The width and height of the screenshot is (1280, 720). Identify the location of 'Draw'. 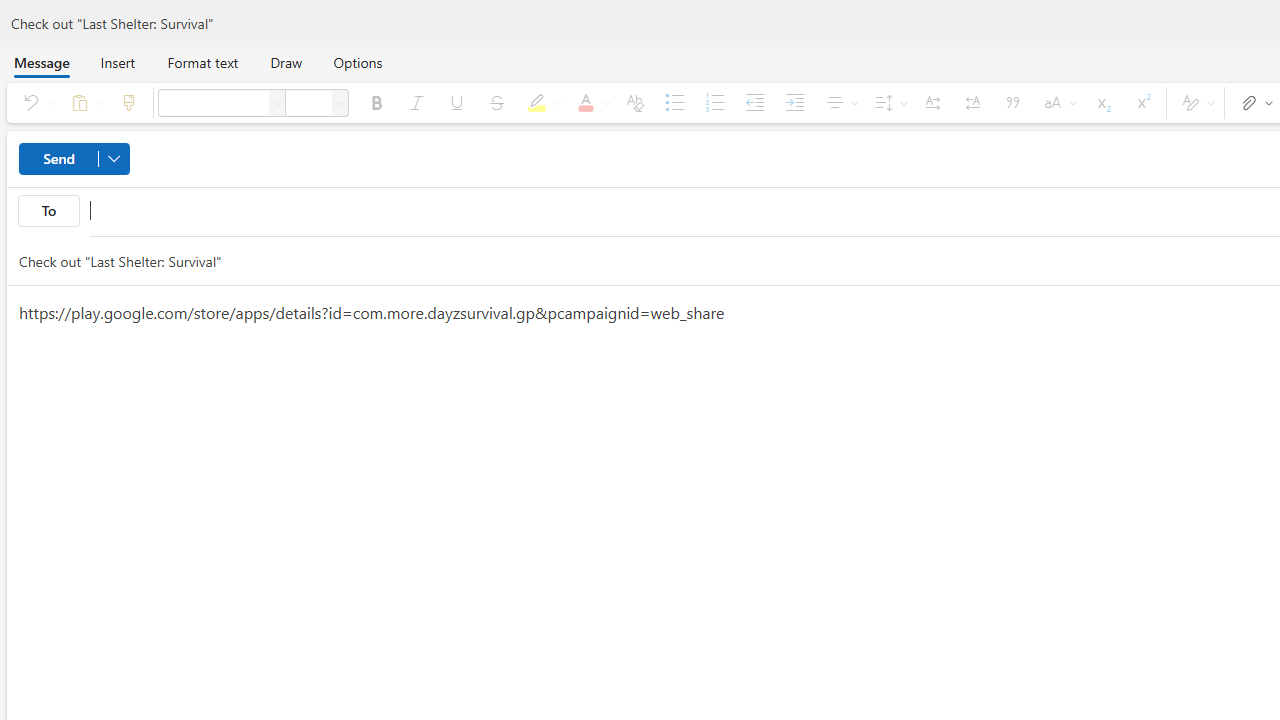
(285, 61).